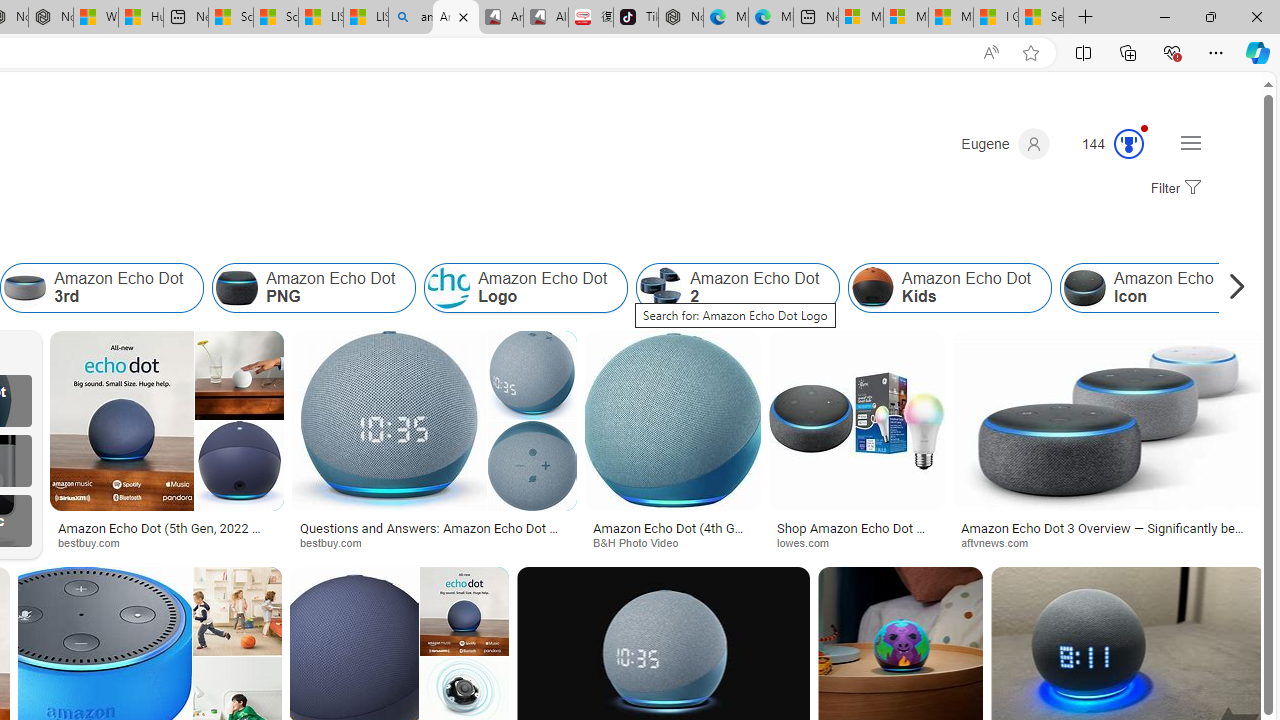  Describe the element at coordinates (680, 17) in the screenshot. I see `'Nordace - Best Sellers'` at that location.